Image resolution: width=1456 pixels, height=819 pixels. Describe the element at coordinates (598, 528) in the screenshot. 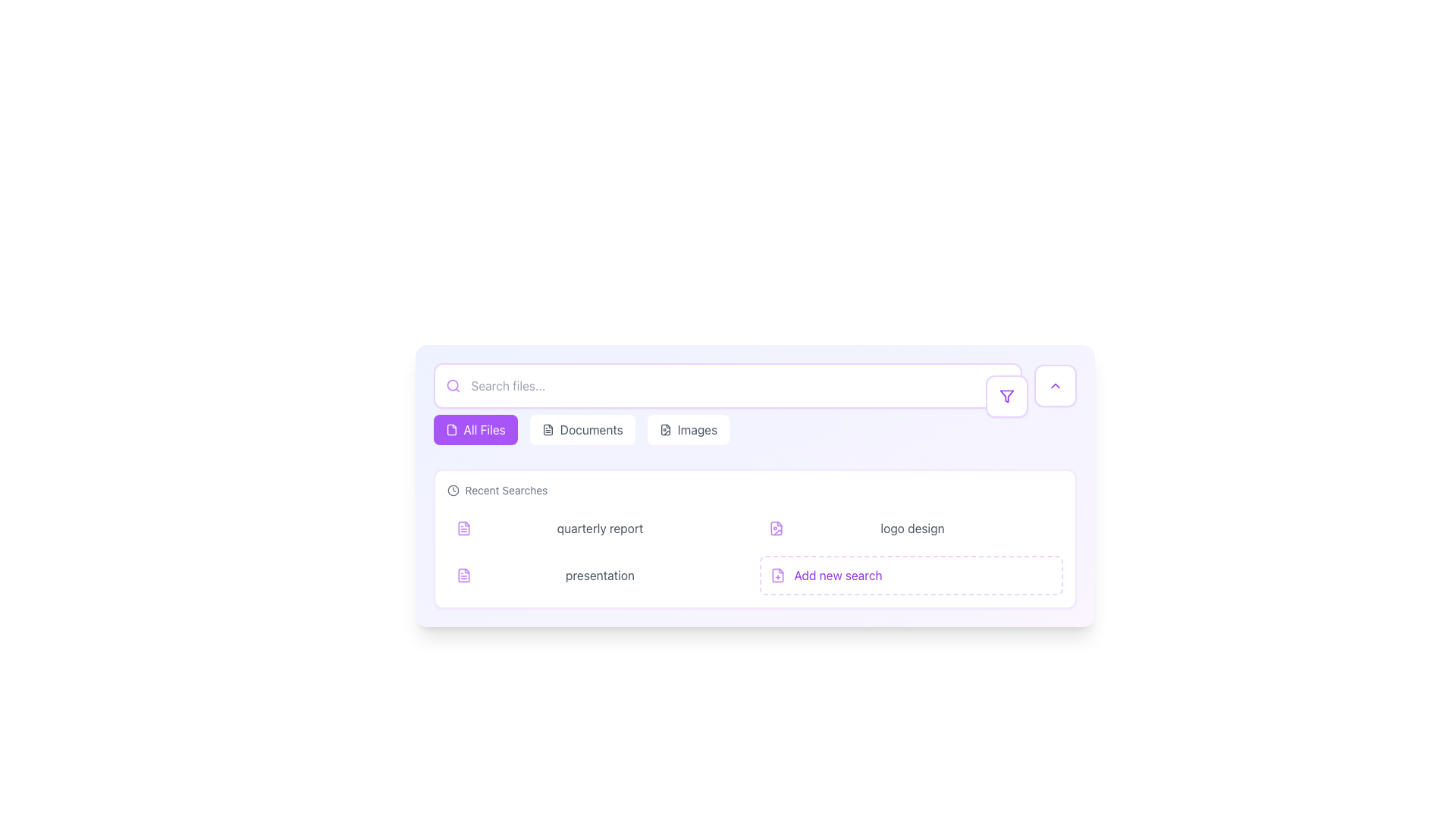

I see `the first selectable item in the 'Recent Searches' list` at that location.